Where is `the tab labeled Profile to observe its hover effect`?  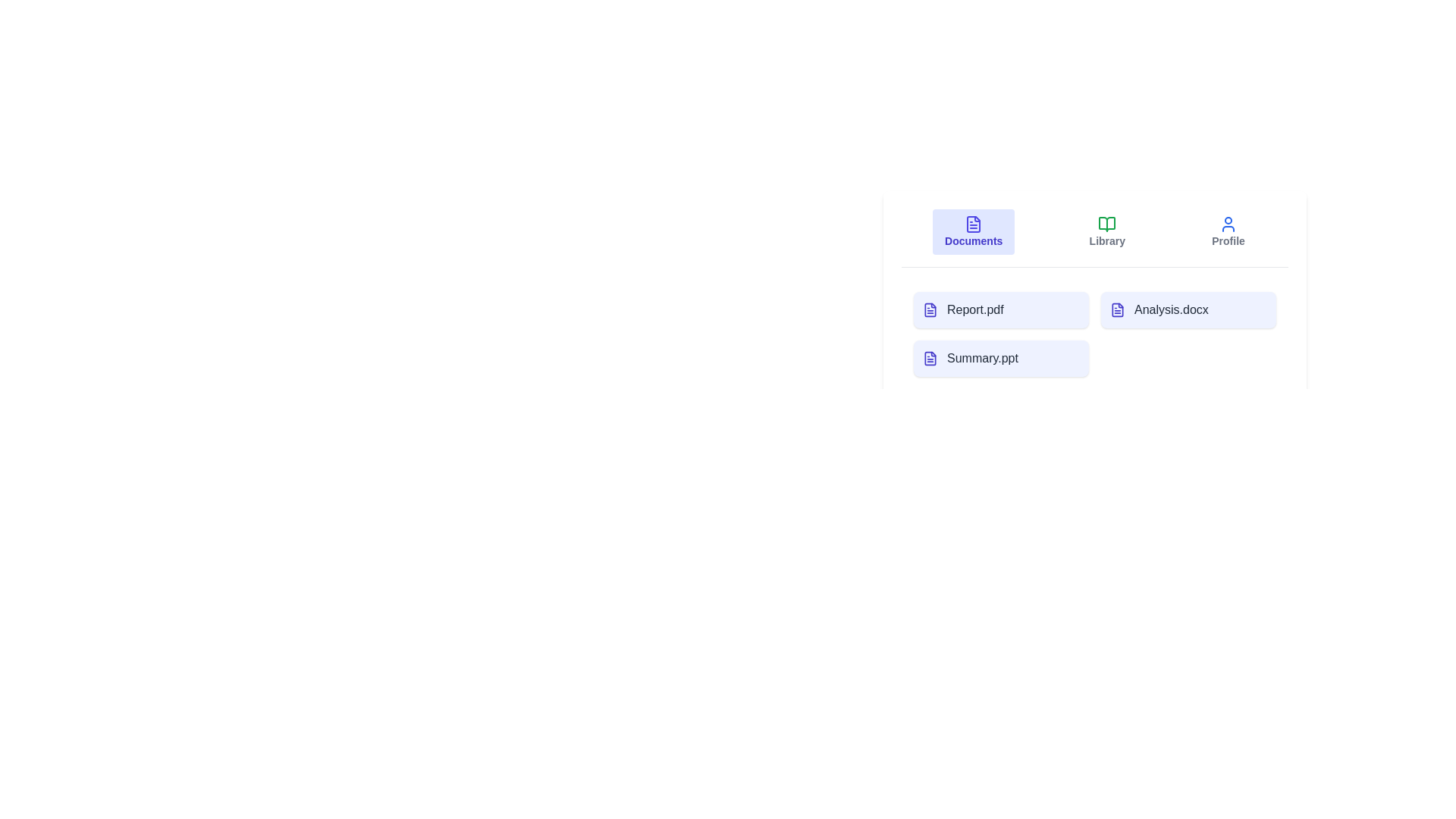 the tab labeled Profile to observe its hover effect is located at coordinates (1228, 231).